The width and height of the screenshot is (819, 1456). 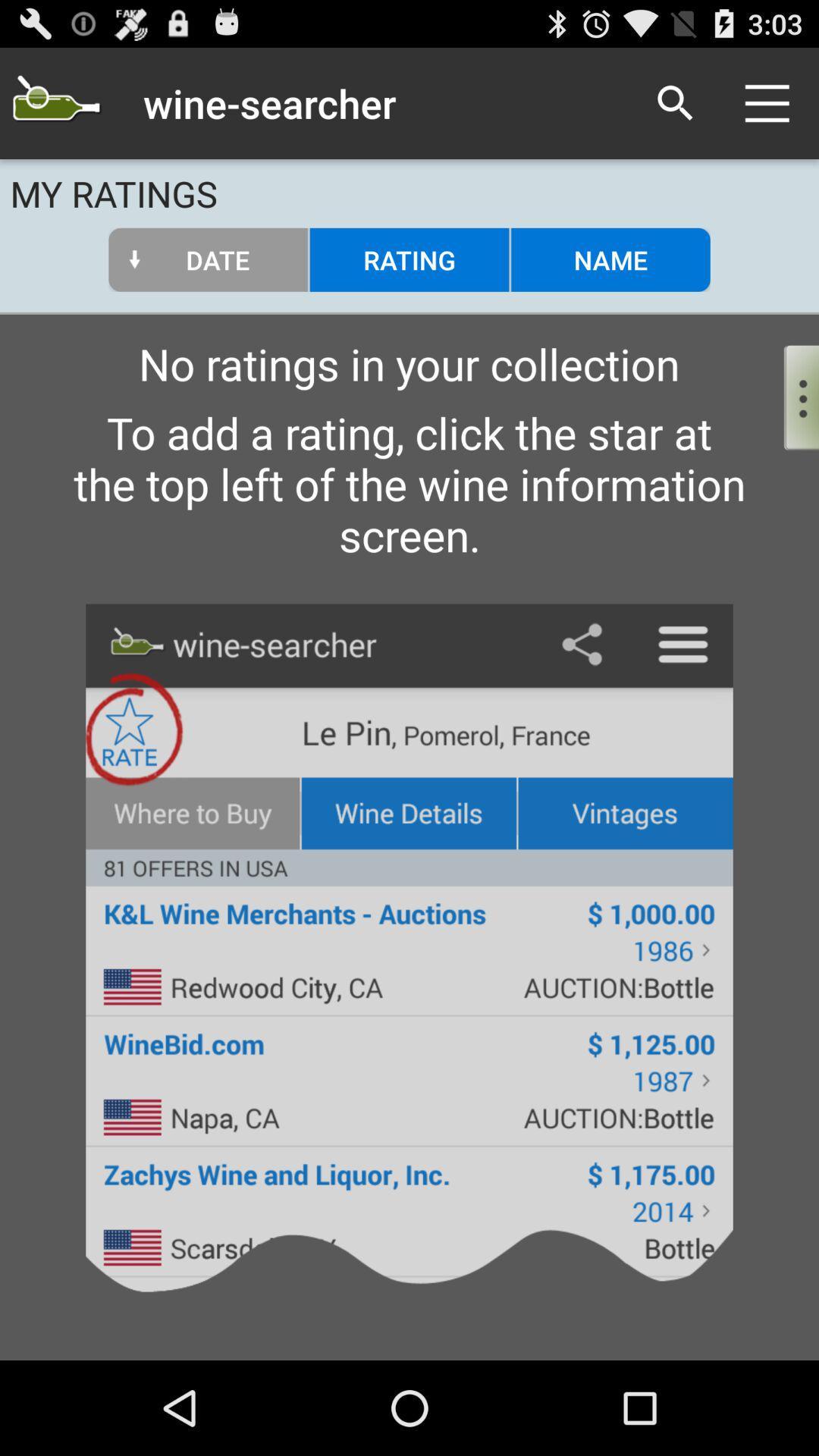 What do you see at coordinates (788, 394) in the screenshot?
I see `more options` at bounding box center [788, 394].